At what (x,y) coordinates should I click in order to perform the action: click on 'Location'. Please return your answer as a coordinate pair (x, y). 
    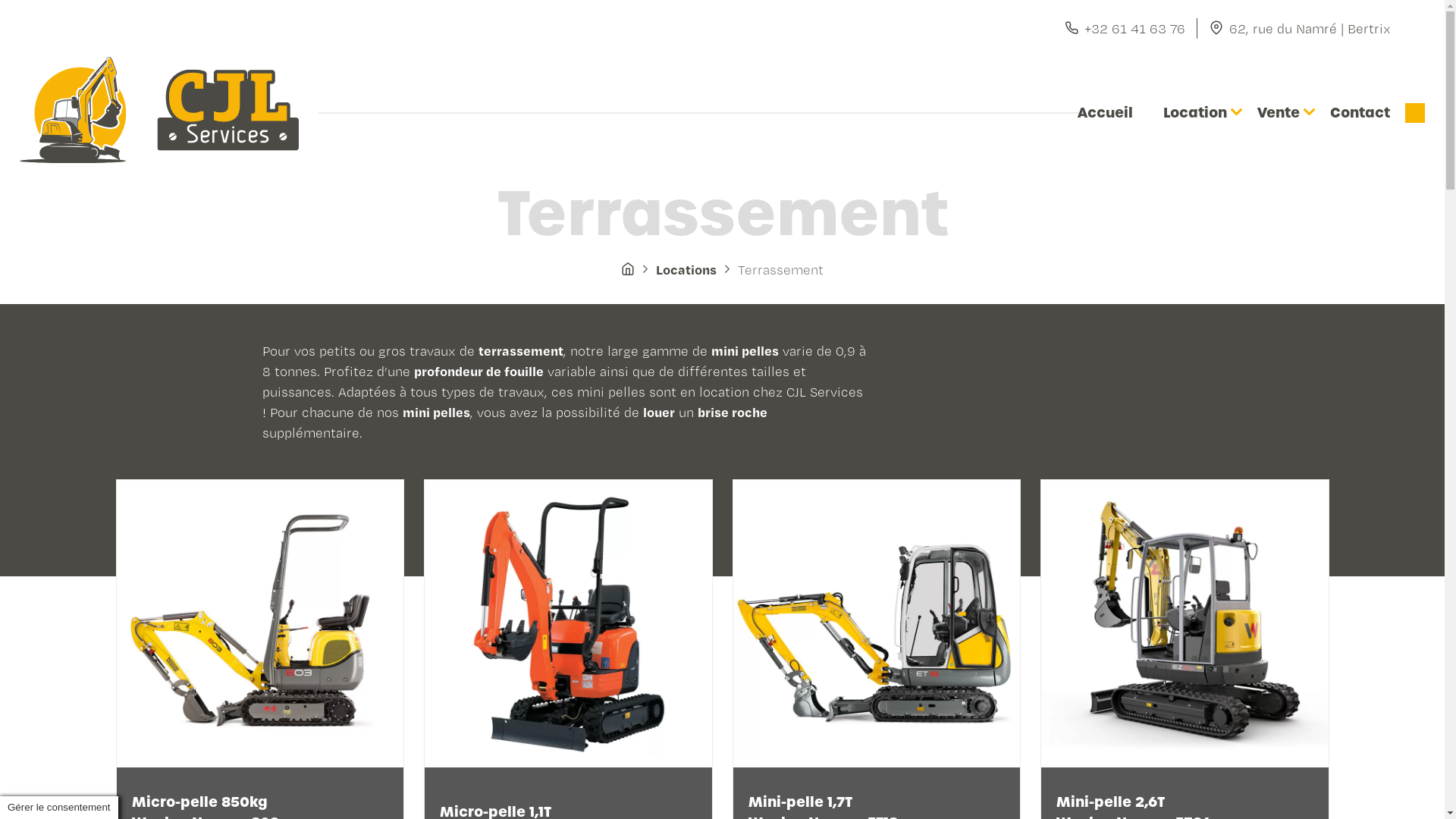
    Looking at the image, I should click on (1194, 111).